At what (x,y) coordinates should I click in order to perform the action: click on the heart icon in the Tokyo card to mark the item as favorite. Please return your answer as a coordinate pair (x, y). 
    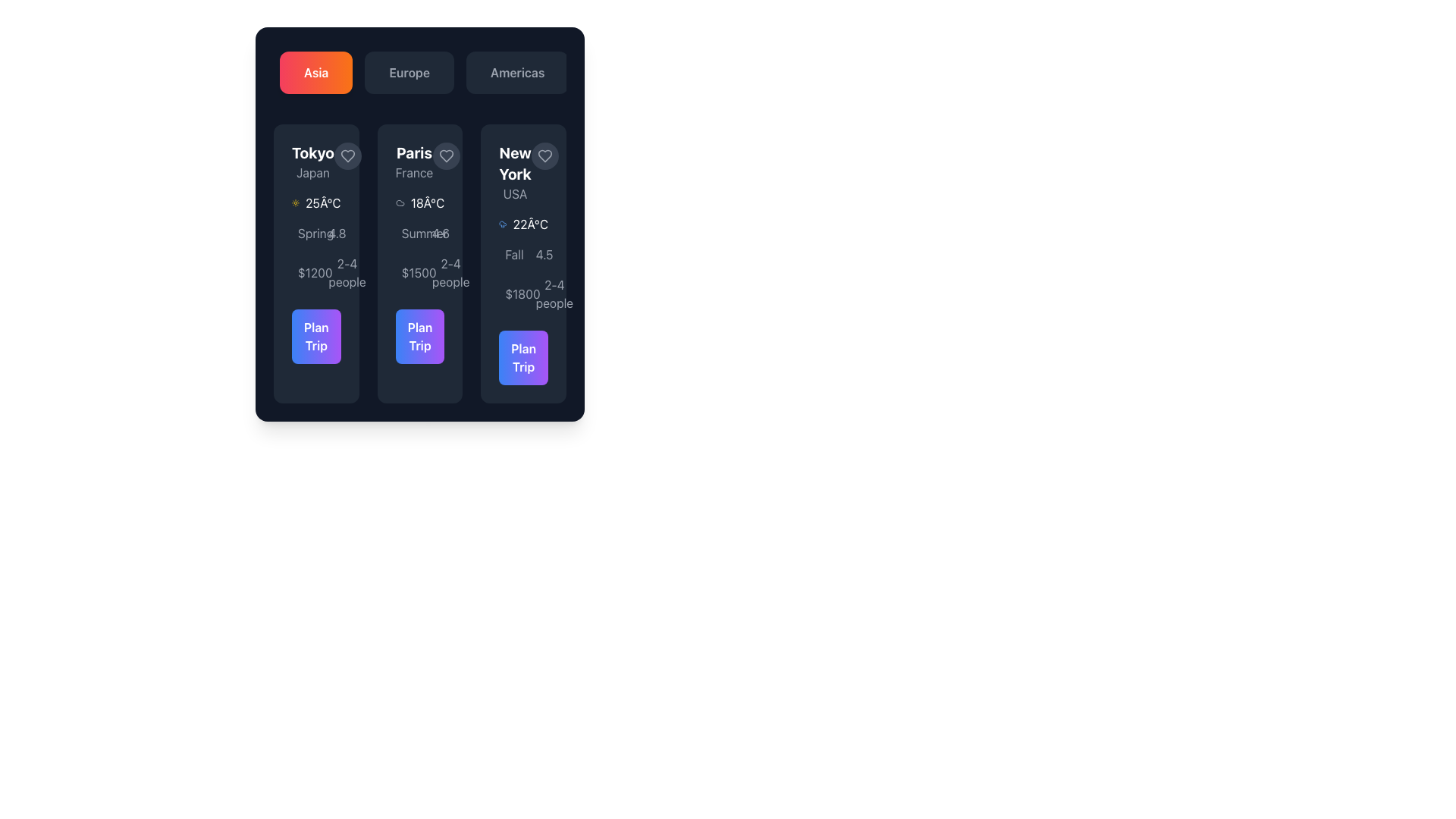
    Looking at the image, I should click on (347, 155).